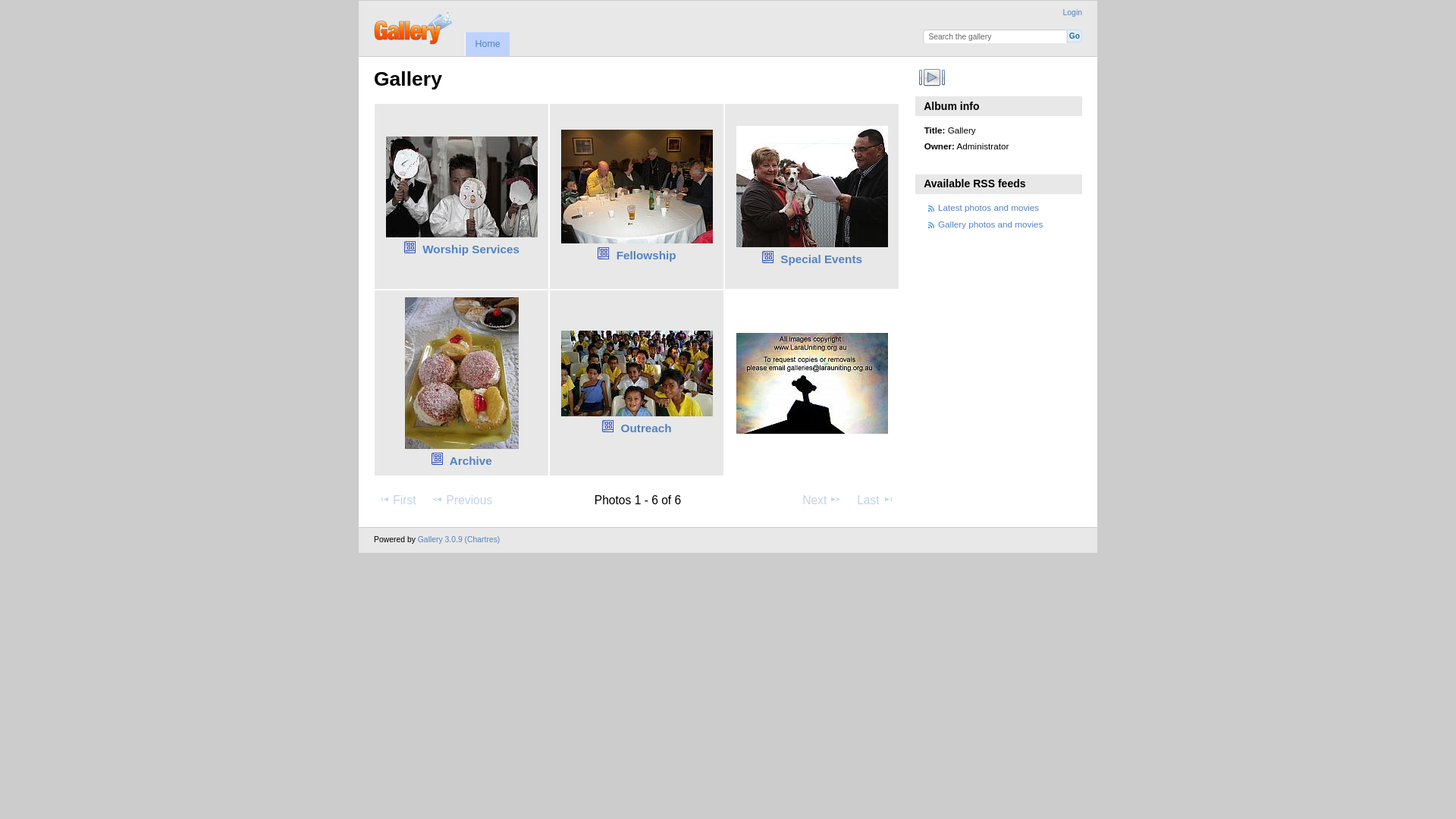 The height and width of the screenshot is (819, 1456). What do you see at coordinates (937, 207) in the screenshot?
I see `'Latest photos and movies'` at bounding box center [937, 207].